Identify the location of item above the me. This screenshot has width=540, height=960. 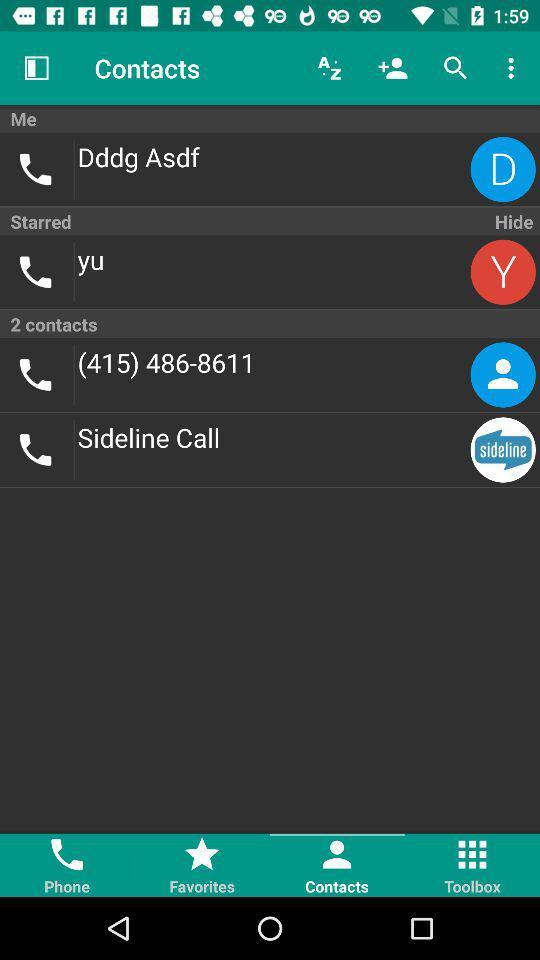
(329, 68).